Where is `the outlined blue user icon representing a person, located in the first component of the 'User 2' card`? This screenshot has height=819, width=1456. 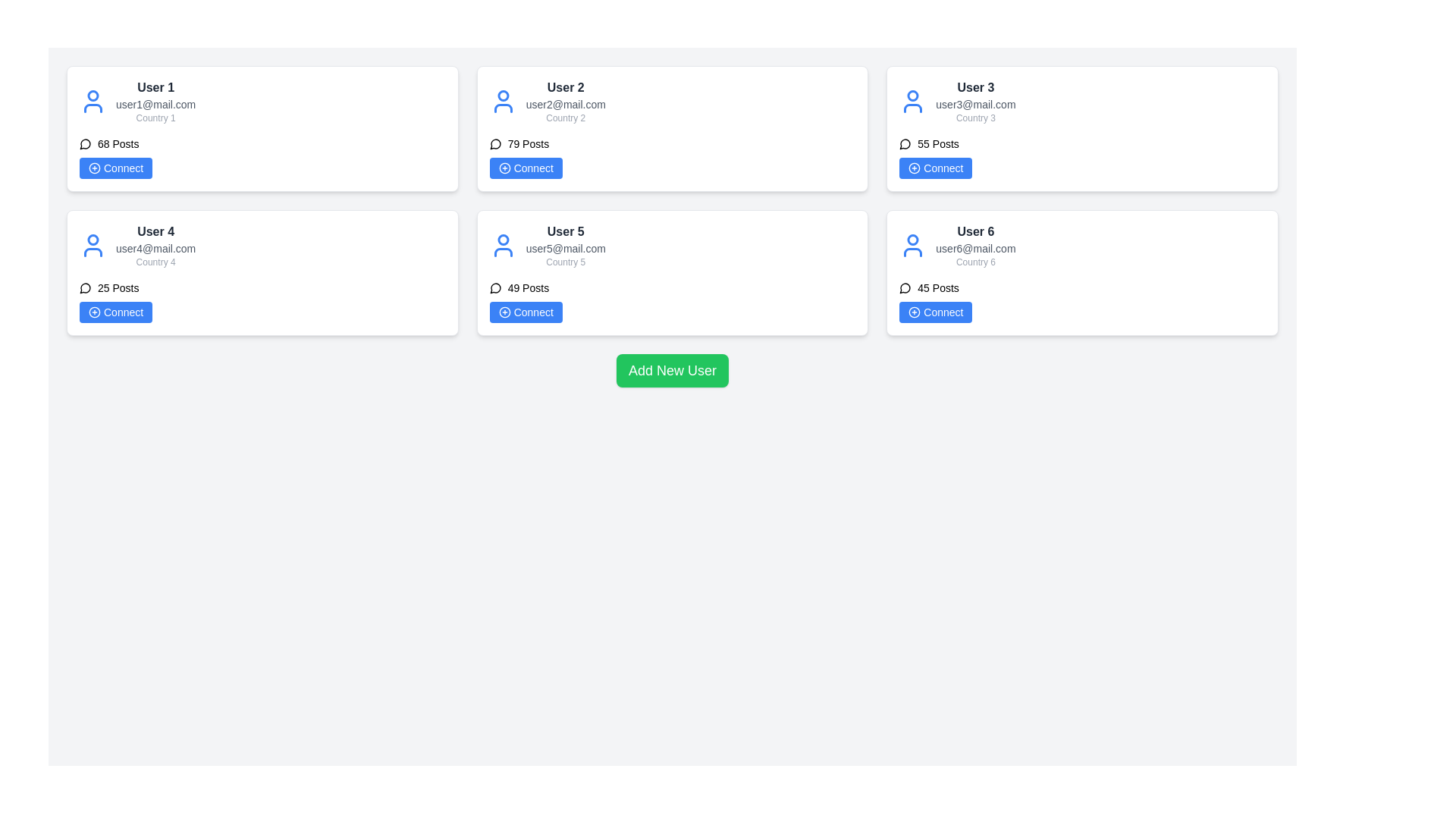 the outlined blue user icon representing a person, located in the first component of the 'User 2' card is located at coordinates (503, 102).